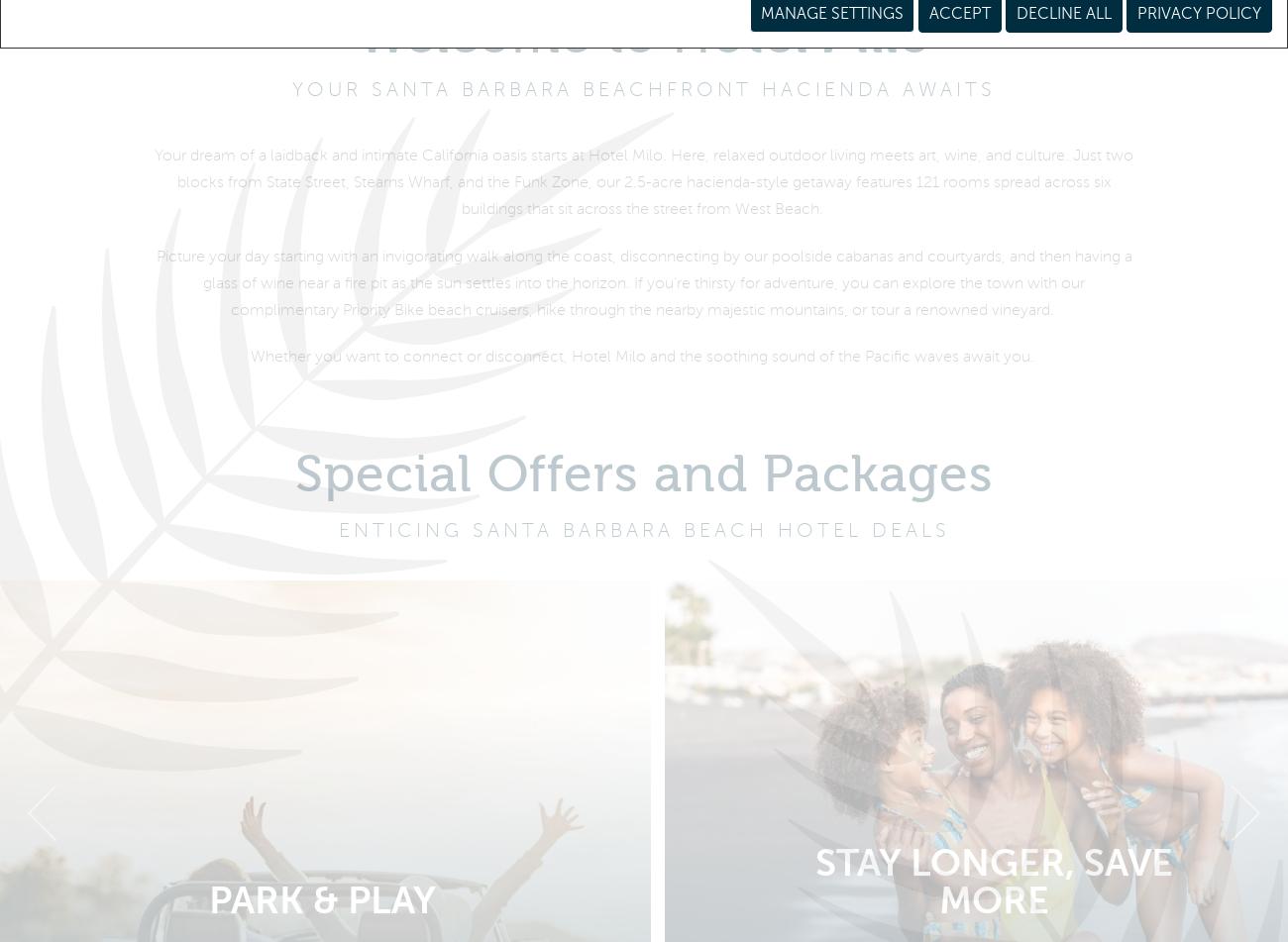  I want to click on 'Welcome to Hotel Milo', so click(643, 49).